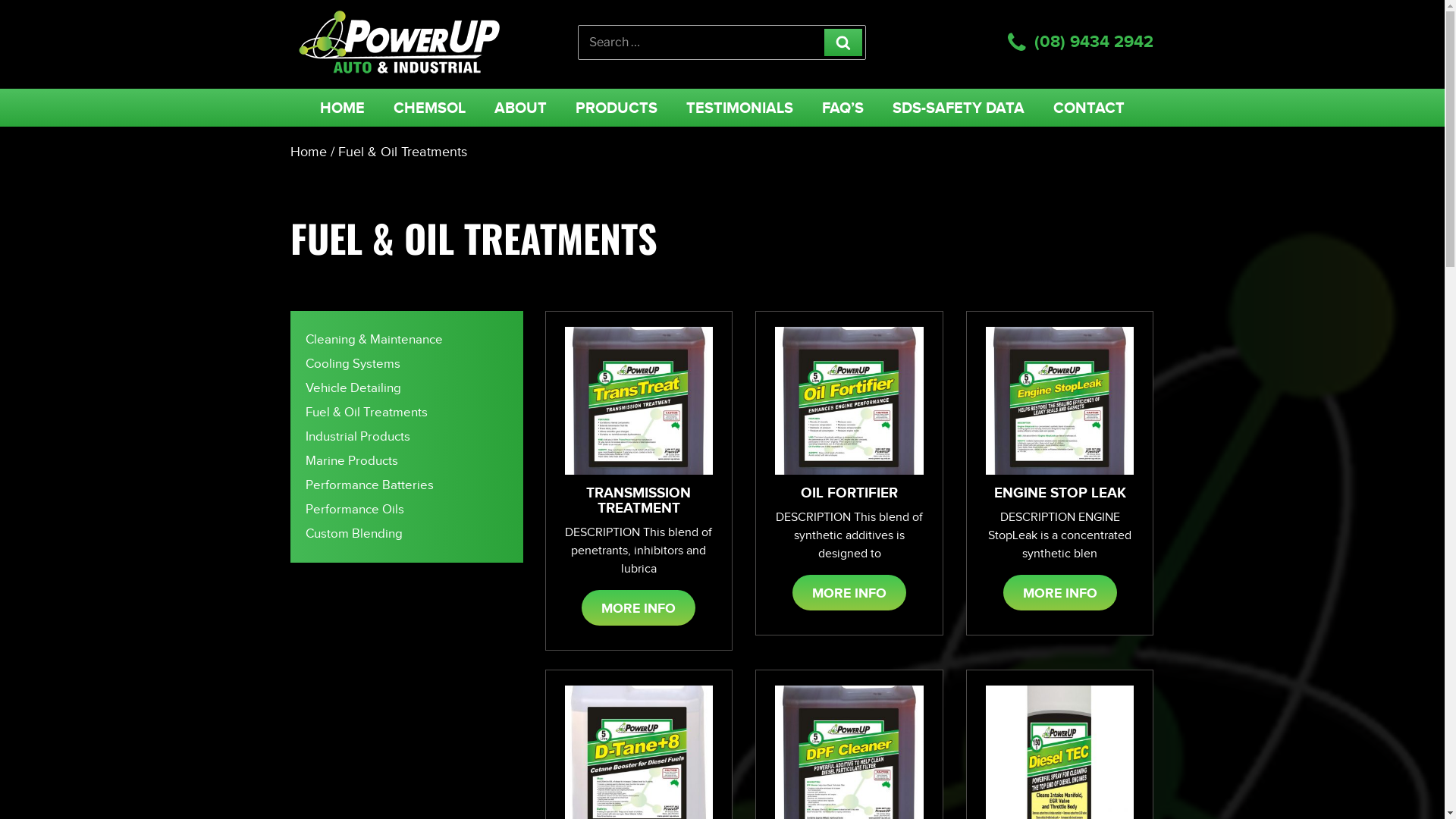 This screenshot has height=819, width=1456. What do you see at coordinates (307, 152) in the screenshot?
I see `'Home'` at bounding box center [307, 152].